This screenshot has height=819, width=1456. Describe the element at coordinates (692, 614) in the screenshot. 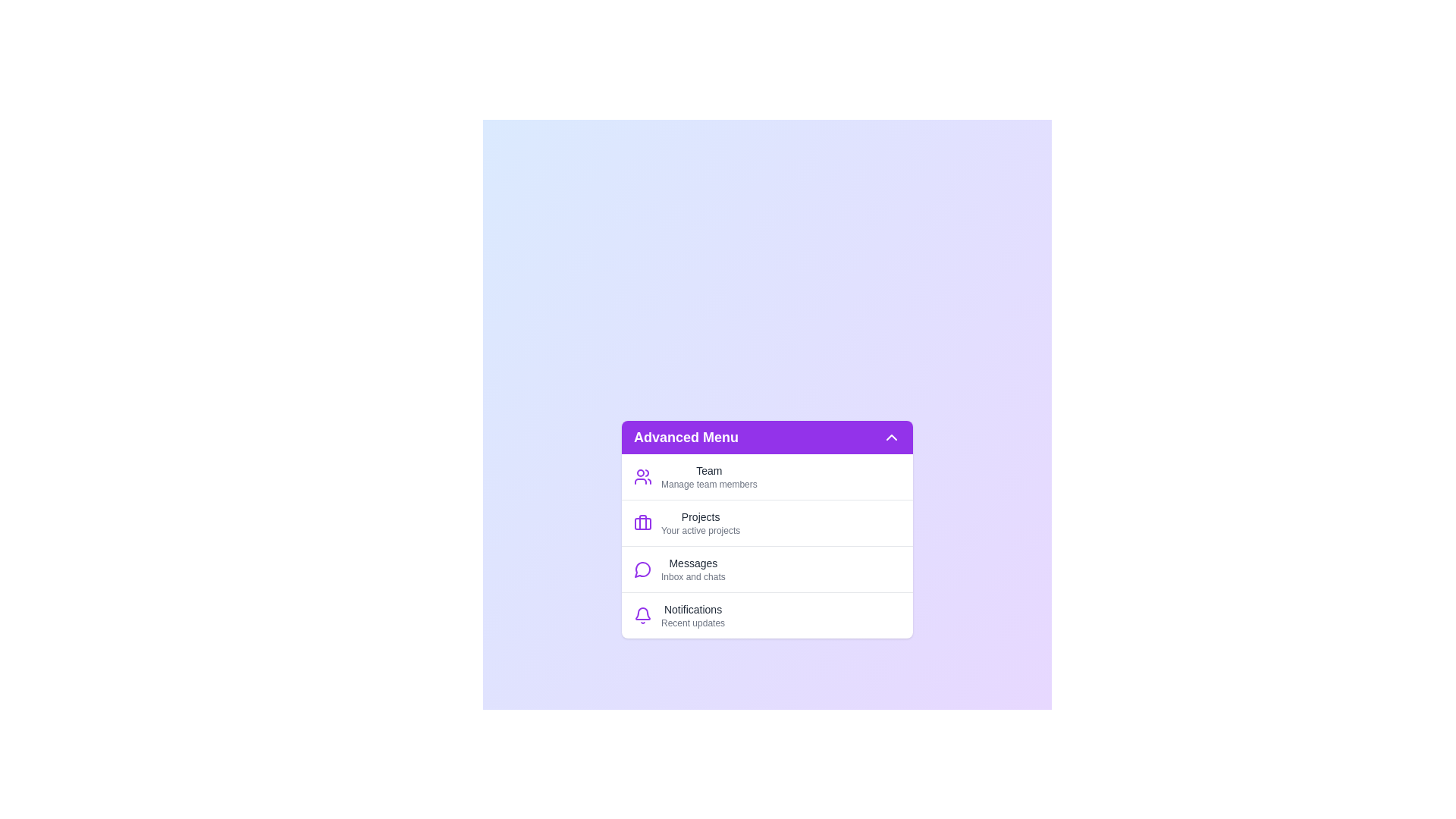

I see `the text of a menu item identified by its label Notifications` at that location.